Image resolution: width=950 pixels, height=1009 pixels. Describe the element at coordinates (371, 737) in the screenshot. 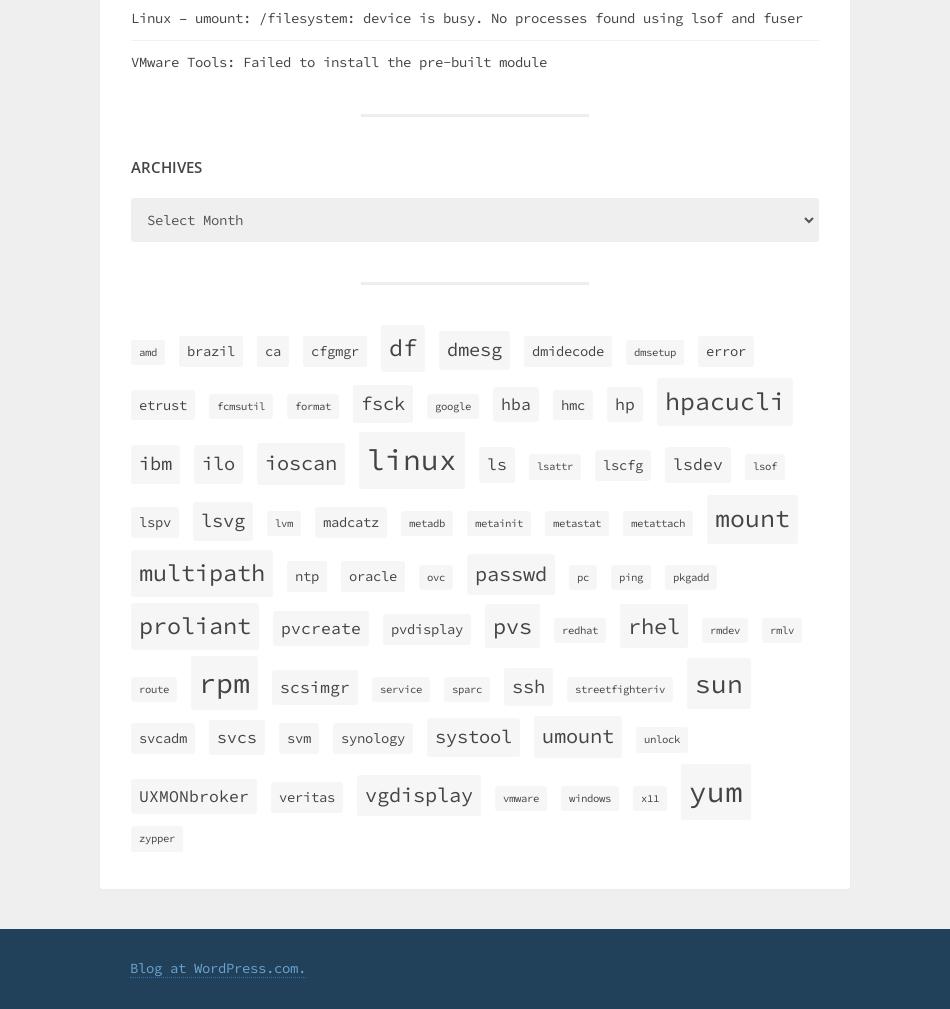

I see `'synology'` at that location.